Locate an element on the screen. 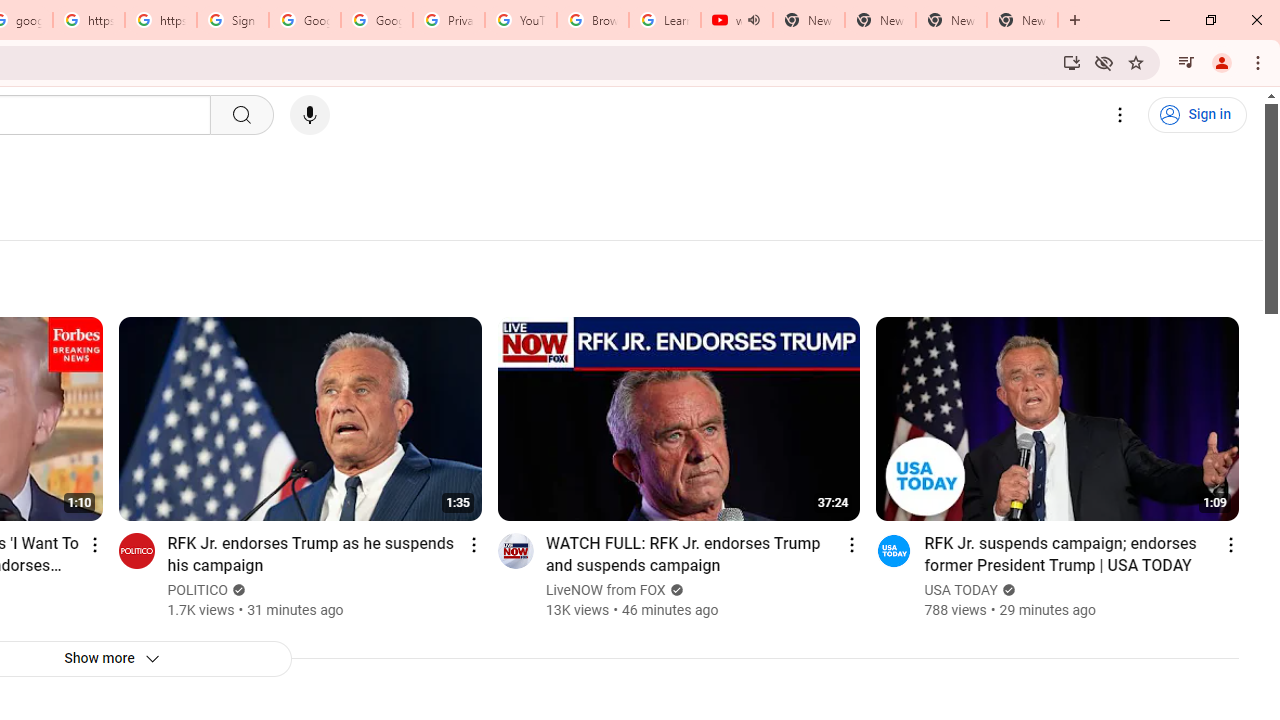  'Install YouTube' is located at coordinates (1071, 61).